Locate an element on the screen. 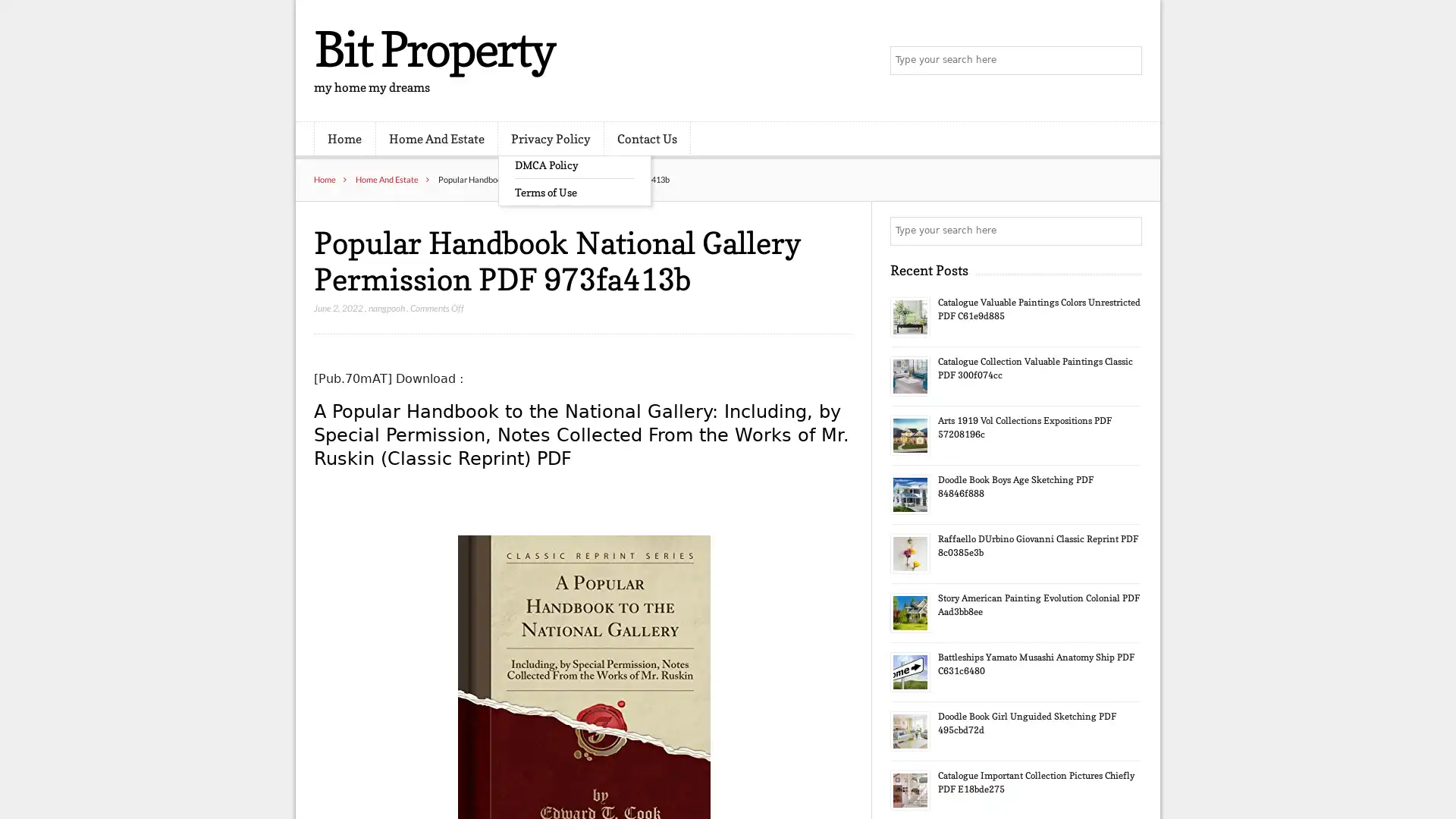  Search is located at coordinates (1126, 231).